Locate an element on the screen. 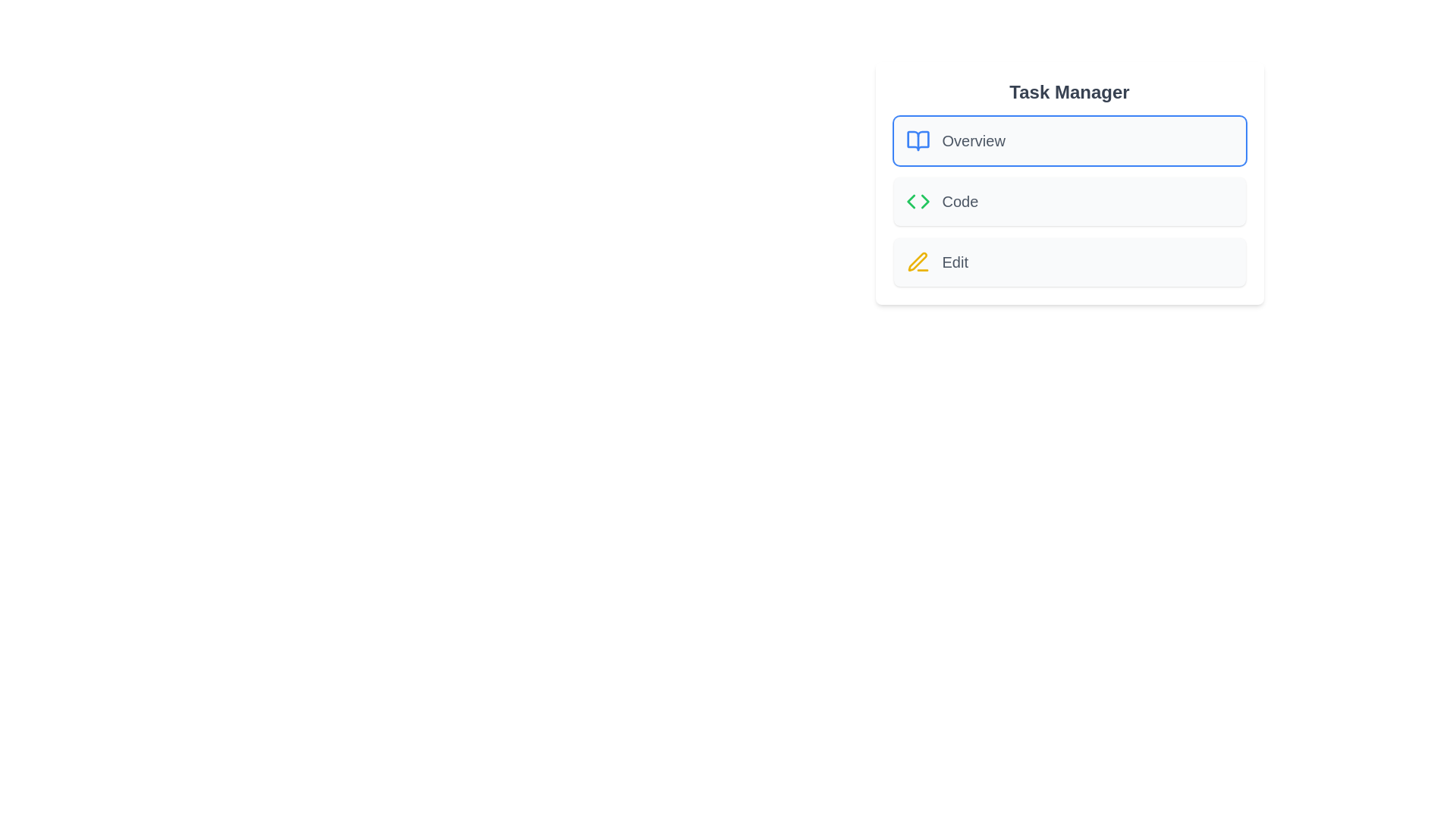 Image resolution: width=1456 pixels, height=819 pixels. green-colored code-like icon located in the top-left section of the 'Code' label card for context is located at coordinates (917, 201).